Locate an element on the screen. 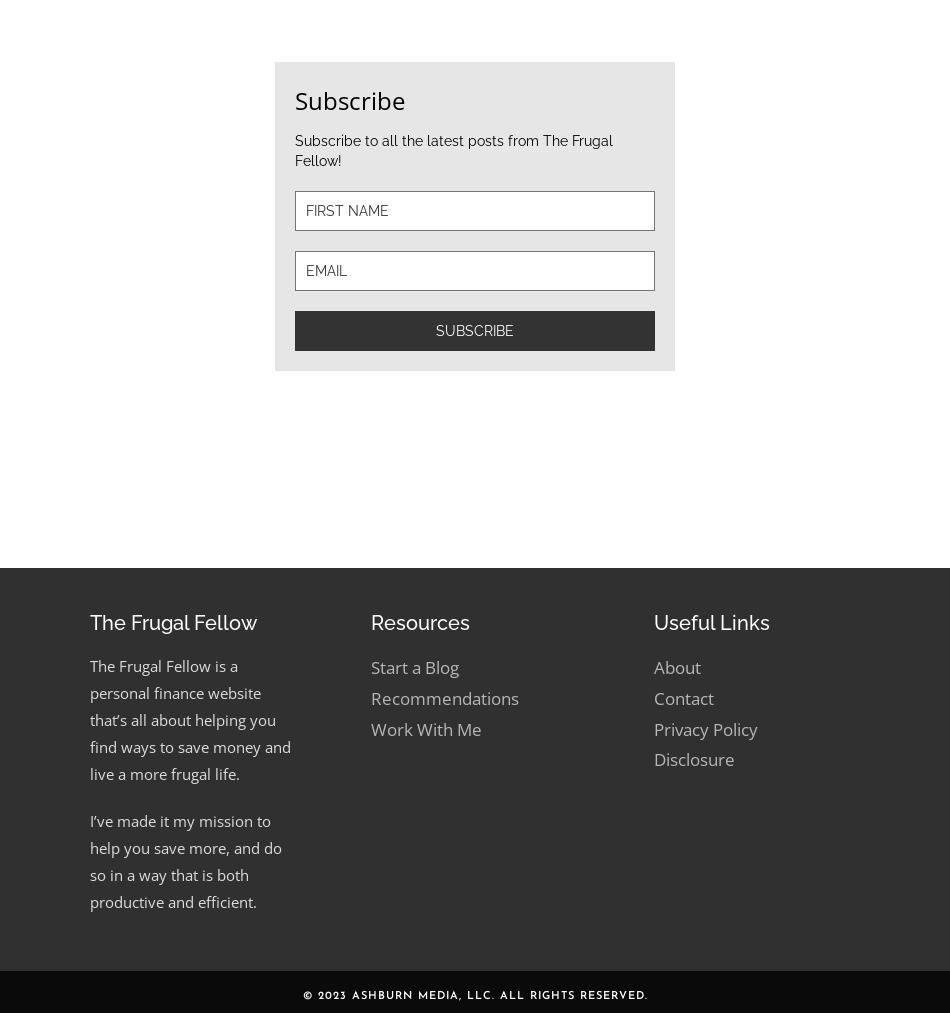 Image resolution: width=950 pixels, height=1013 pixels. 'June 20, 2018' is located at coordinates (482, 489).